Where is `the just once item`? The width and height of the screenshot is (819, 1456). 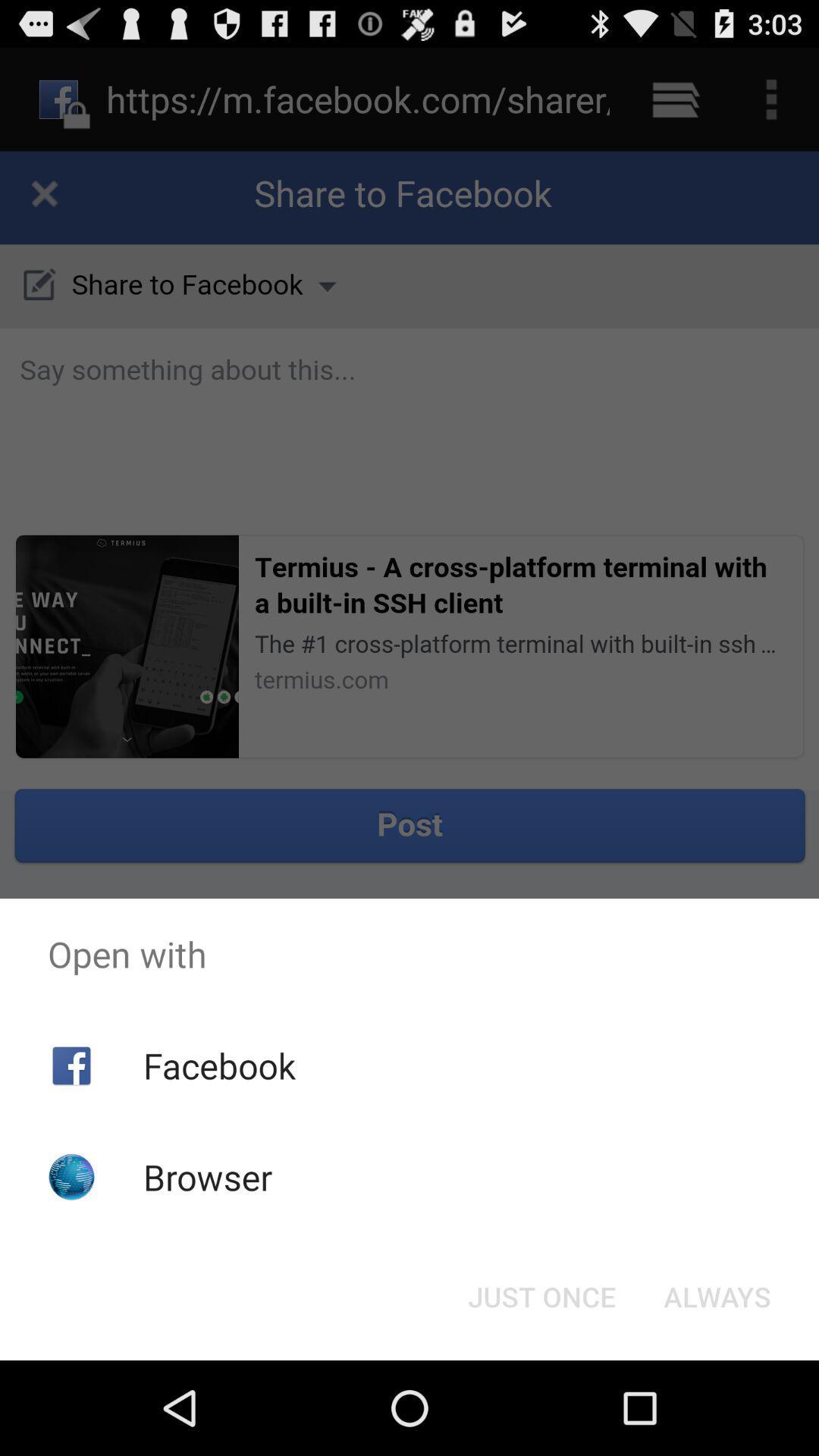
the just once item is located at coordinates (541, 1295).